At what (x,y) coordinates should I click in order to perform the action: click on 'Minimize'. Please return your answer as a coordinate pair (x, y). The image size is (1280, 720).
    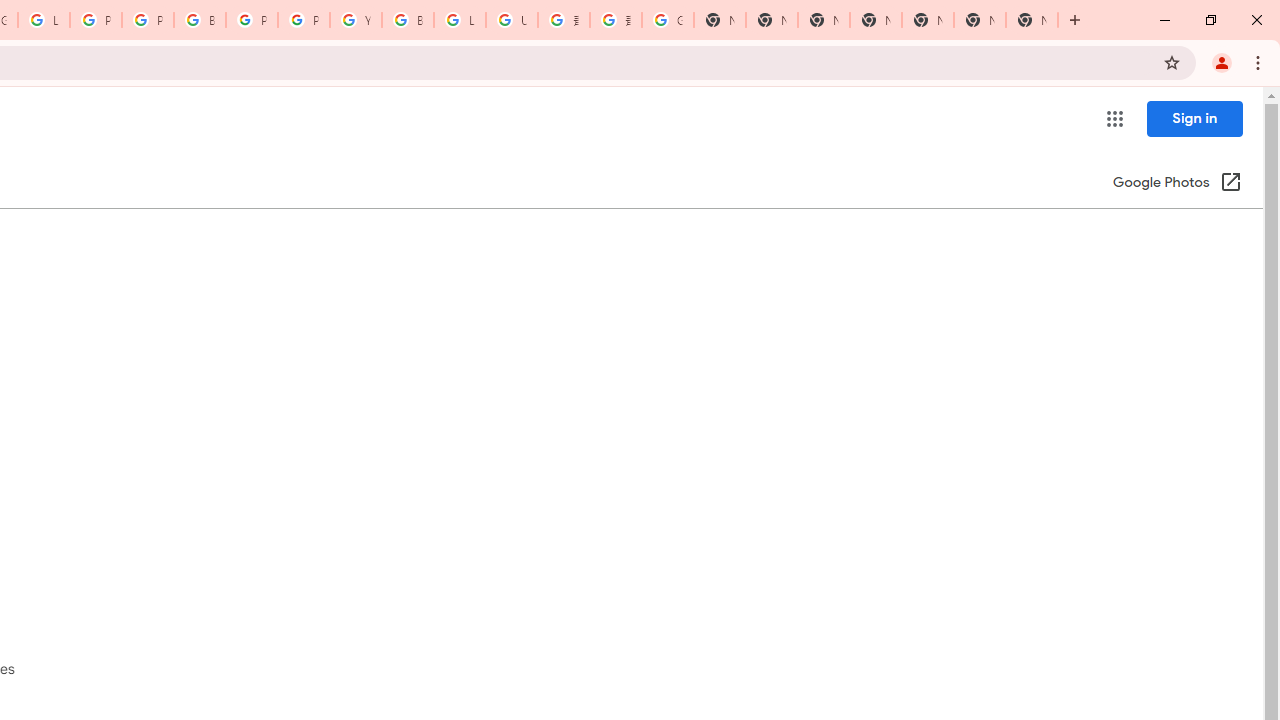
    Looking at the image, I should click on (1165, 20).